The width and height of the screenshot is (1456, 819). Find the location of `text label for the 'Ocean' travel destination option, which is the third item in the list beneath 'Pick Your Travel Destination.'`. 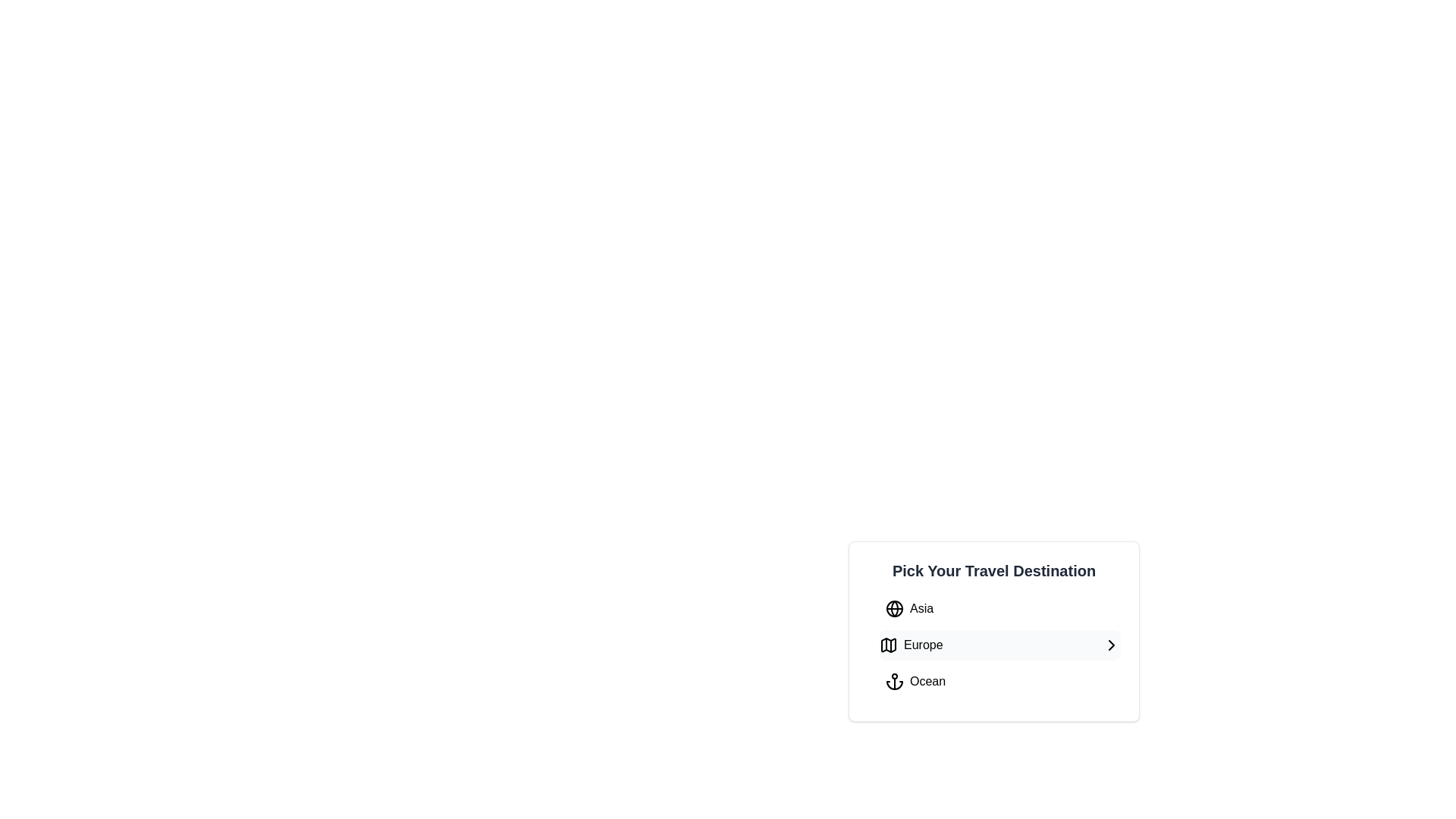

text label for the 'Ocean' travel destination option, which is the third item in the list beneath 'Pick Your Travel Destination.' is located at coordinates (927, 680).